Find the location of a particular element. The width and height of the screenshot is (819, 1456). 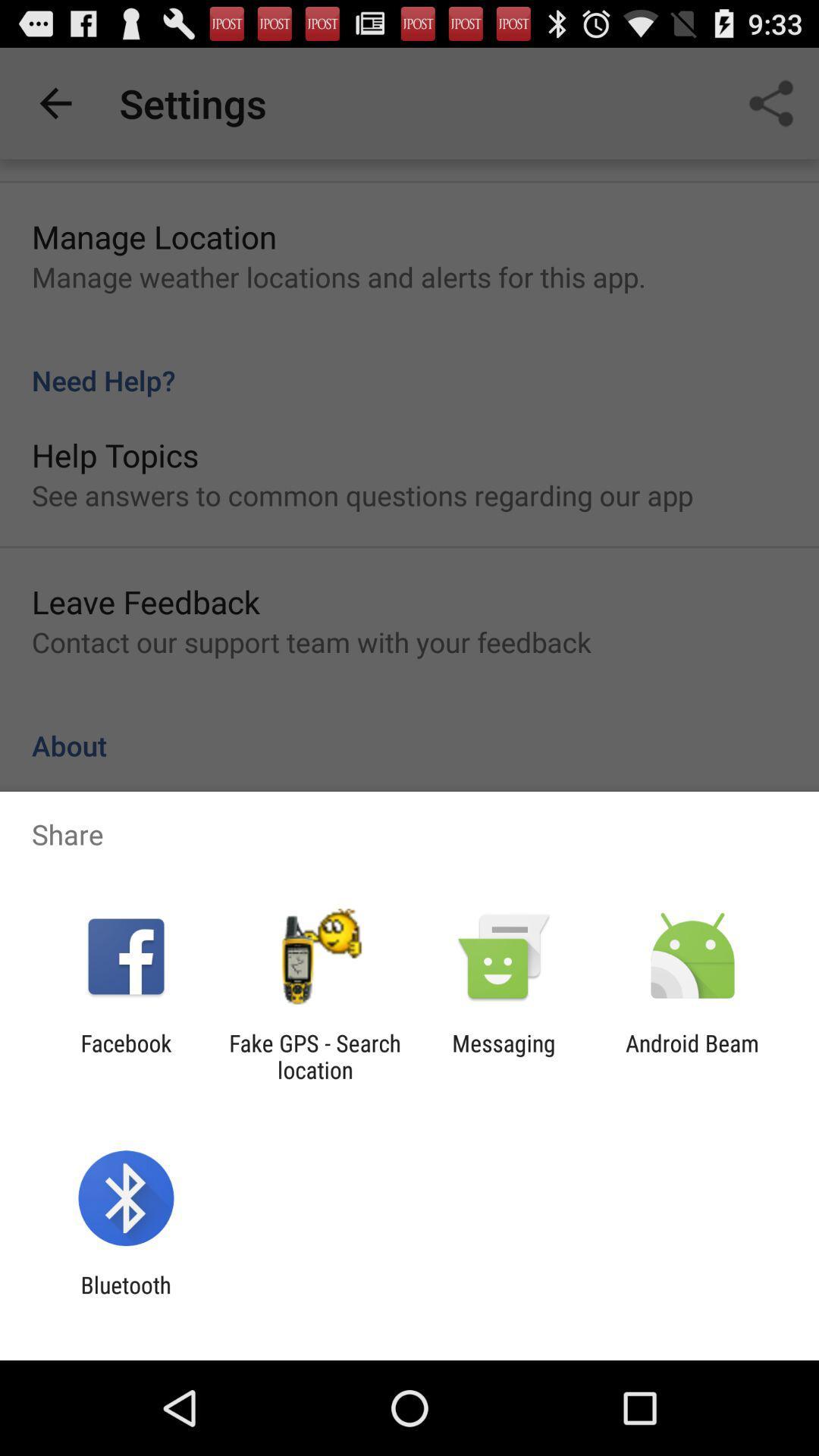

the icon to the left of the fake gps search is located at coordinates (125, 1056).